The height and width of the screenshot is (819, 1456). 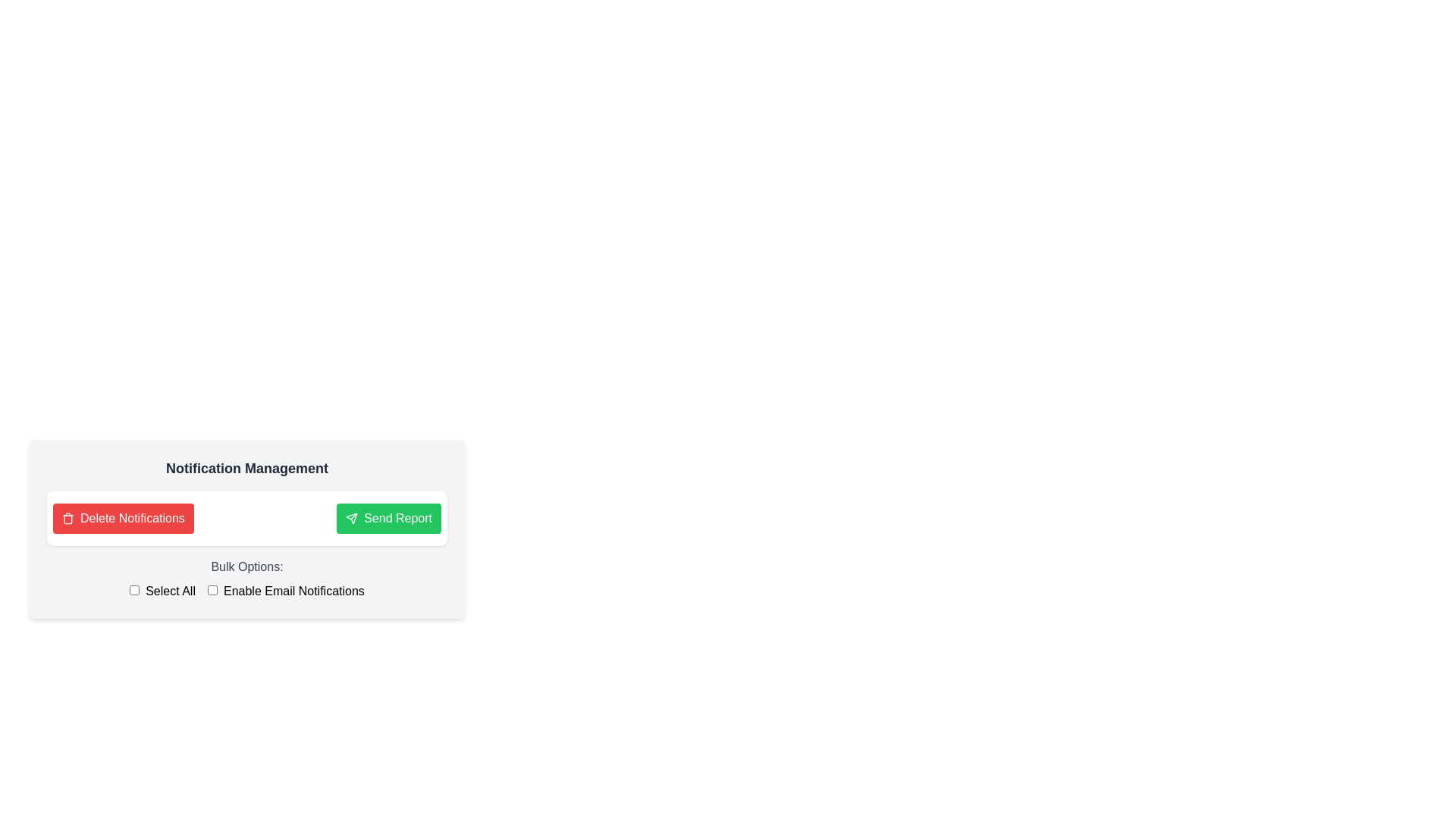 What do you see at coordinates (124, 517) in the screenshot?
I see `the delete notifications button located on the left side of the button group under 'Notification Management'` at bounding box center [124, 517].